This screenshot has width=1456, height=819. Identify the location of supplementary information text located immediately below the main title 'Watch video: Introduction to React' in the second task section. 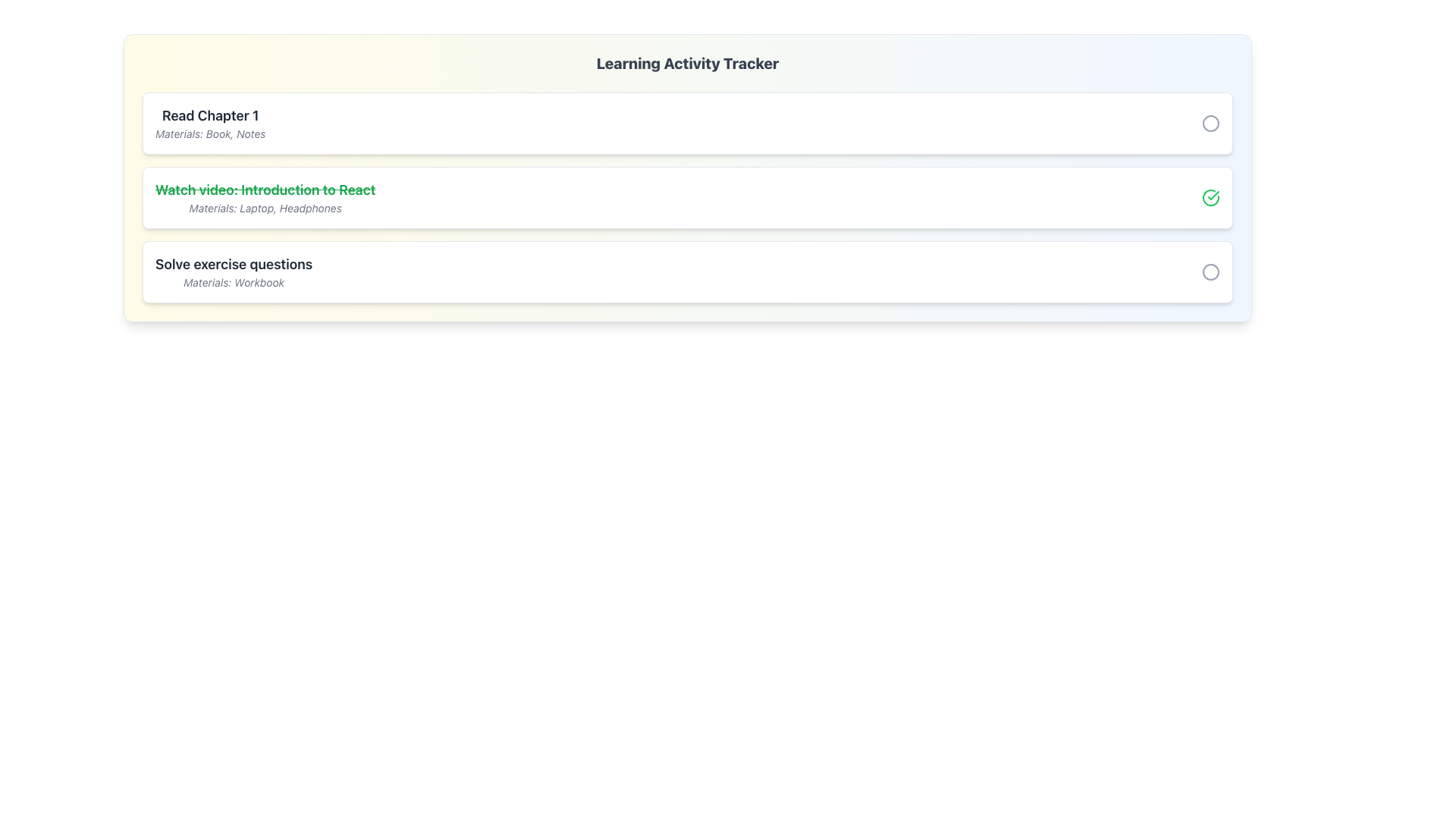
(265, 208).